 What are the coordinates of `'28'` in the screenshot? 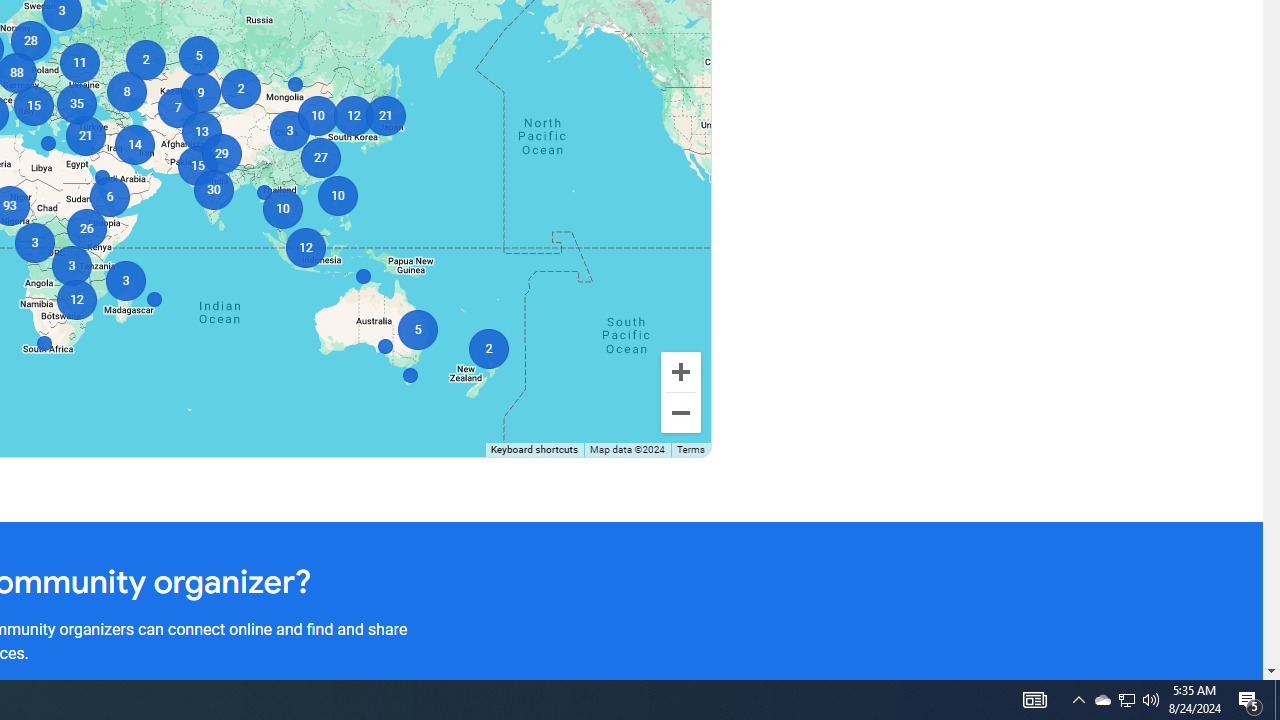 It's located at (30, 41).